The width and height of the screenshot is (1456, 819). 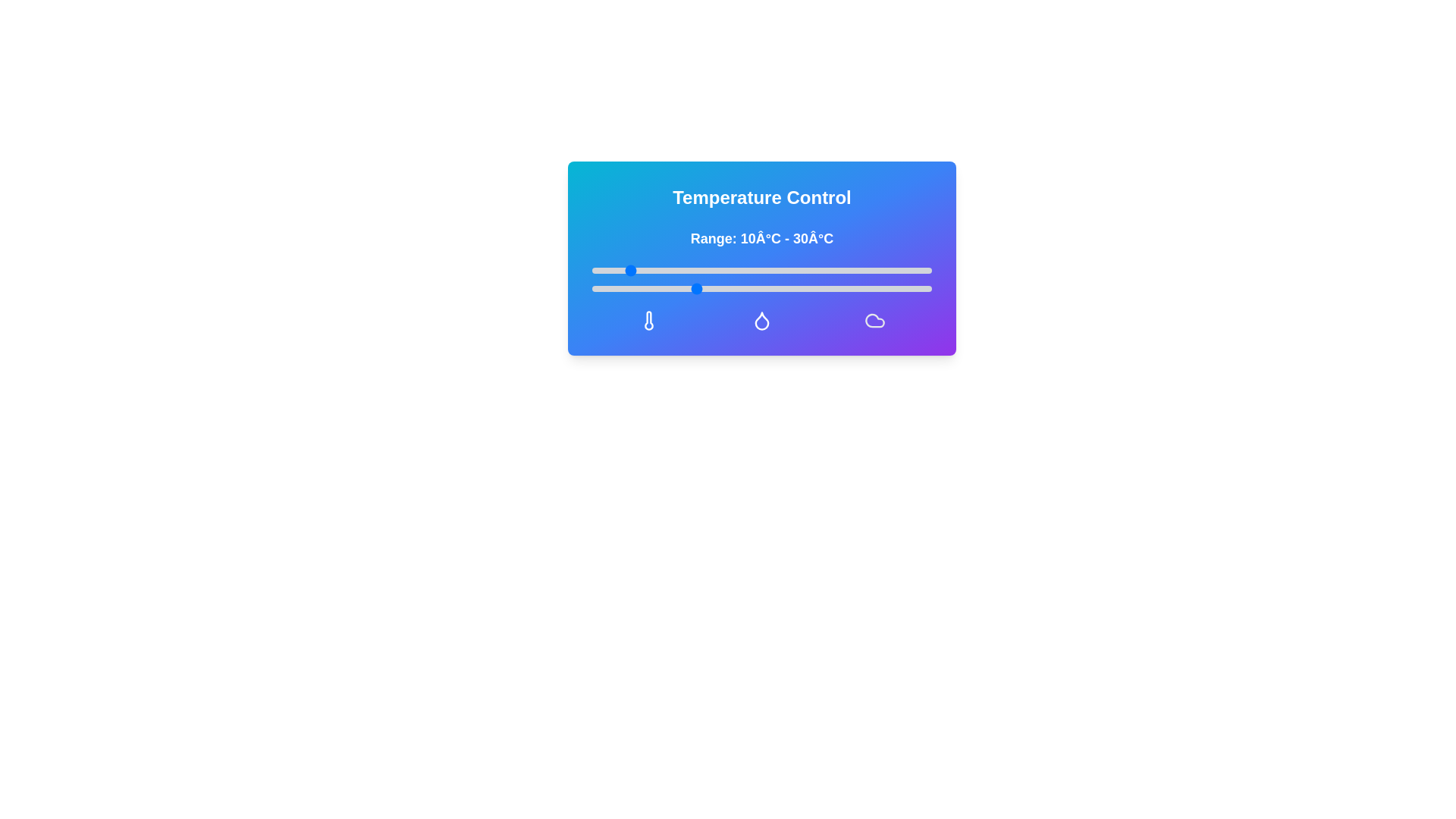 I want to click on the slider, so click(x=884, y=289).